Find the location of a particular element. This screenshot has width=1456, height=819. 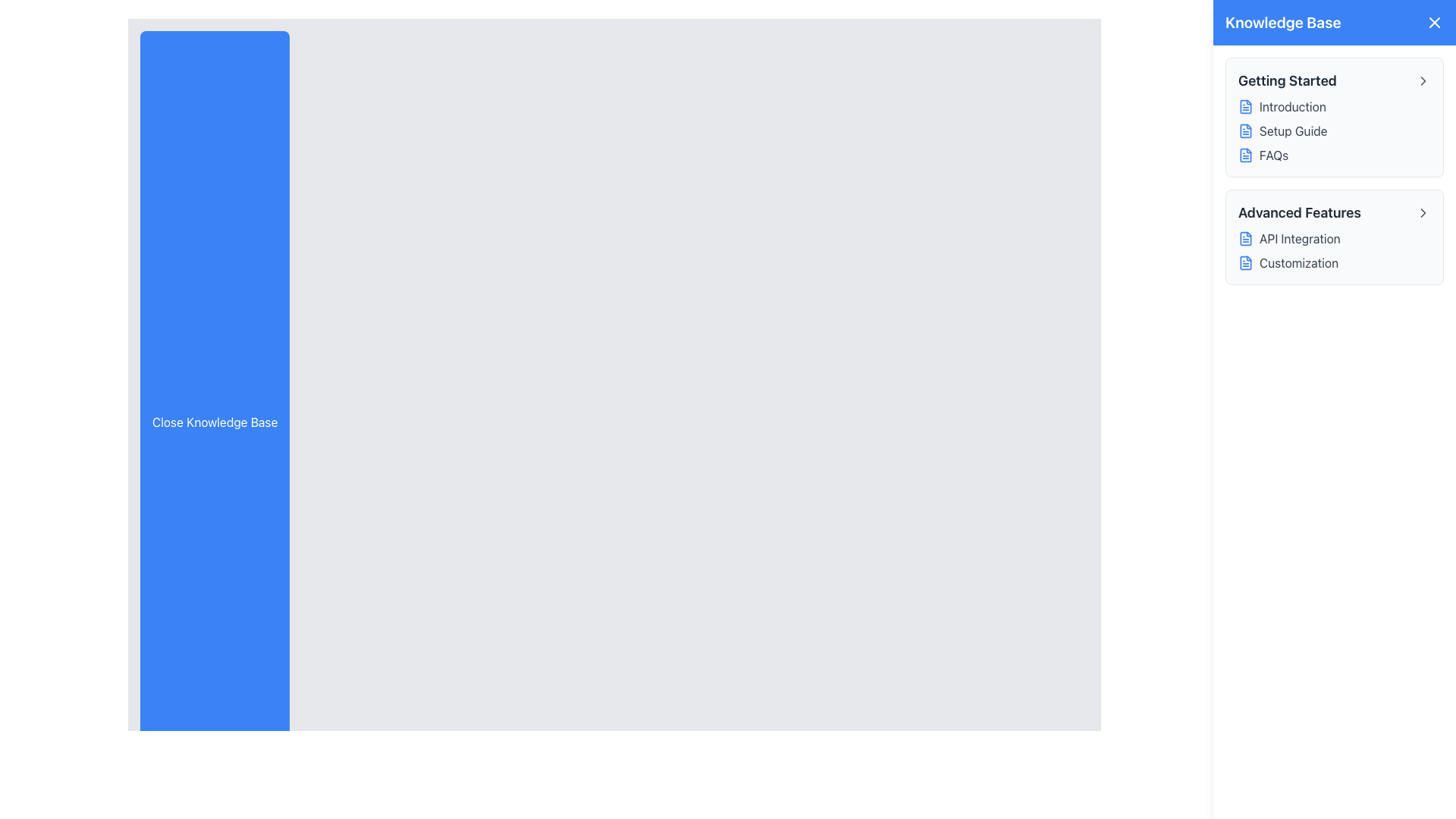

the 'Getting Started' button which features bold text and a right-facing arrow icon, located at the top section of the information card is located at coordinates (1335, 81).